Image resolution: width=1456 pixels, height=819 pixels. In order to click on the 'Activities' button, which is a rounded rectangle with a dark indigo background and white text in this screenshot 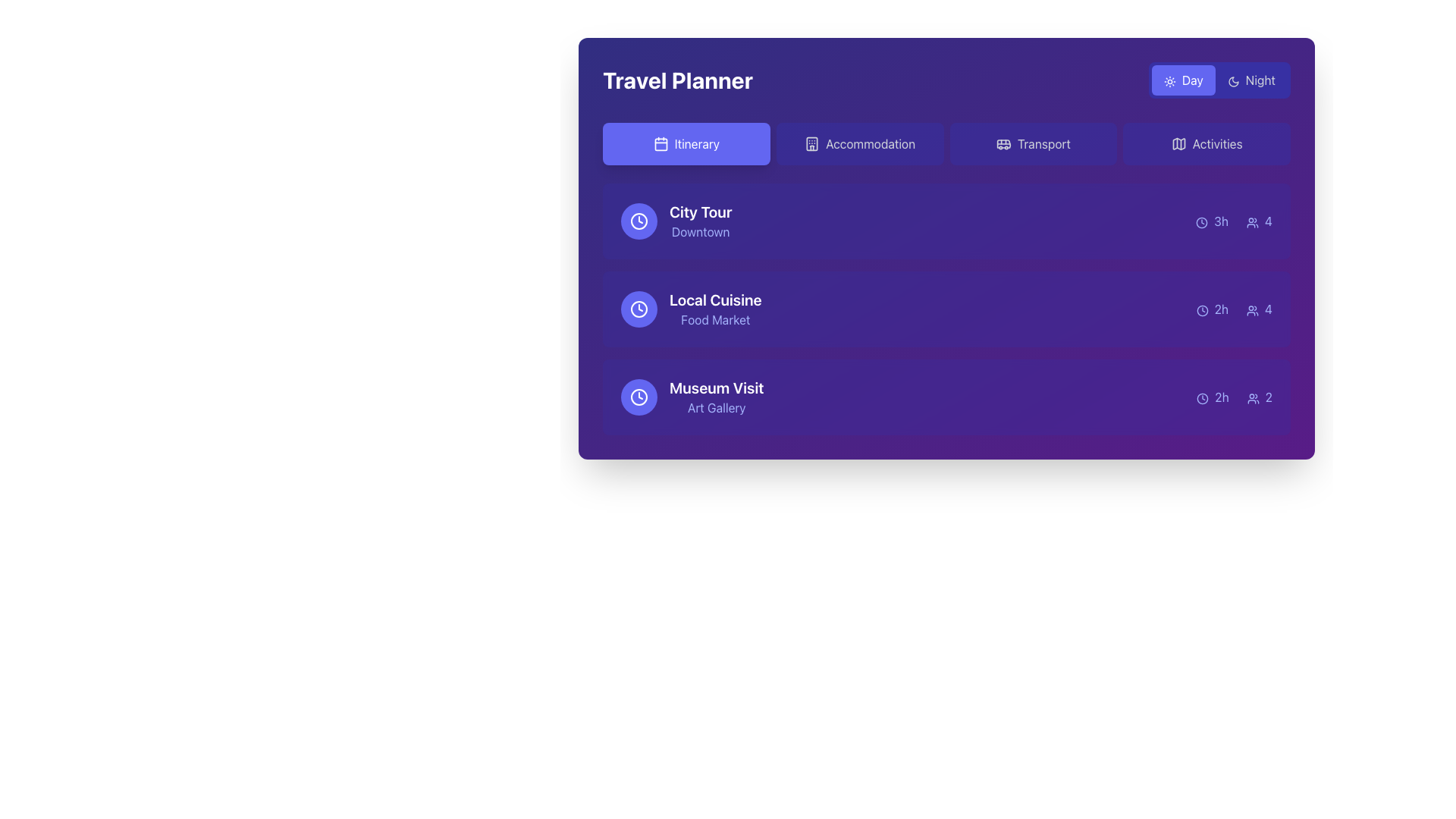, I will do `click(1206, 143)`.